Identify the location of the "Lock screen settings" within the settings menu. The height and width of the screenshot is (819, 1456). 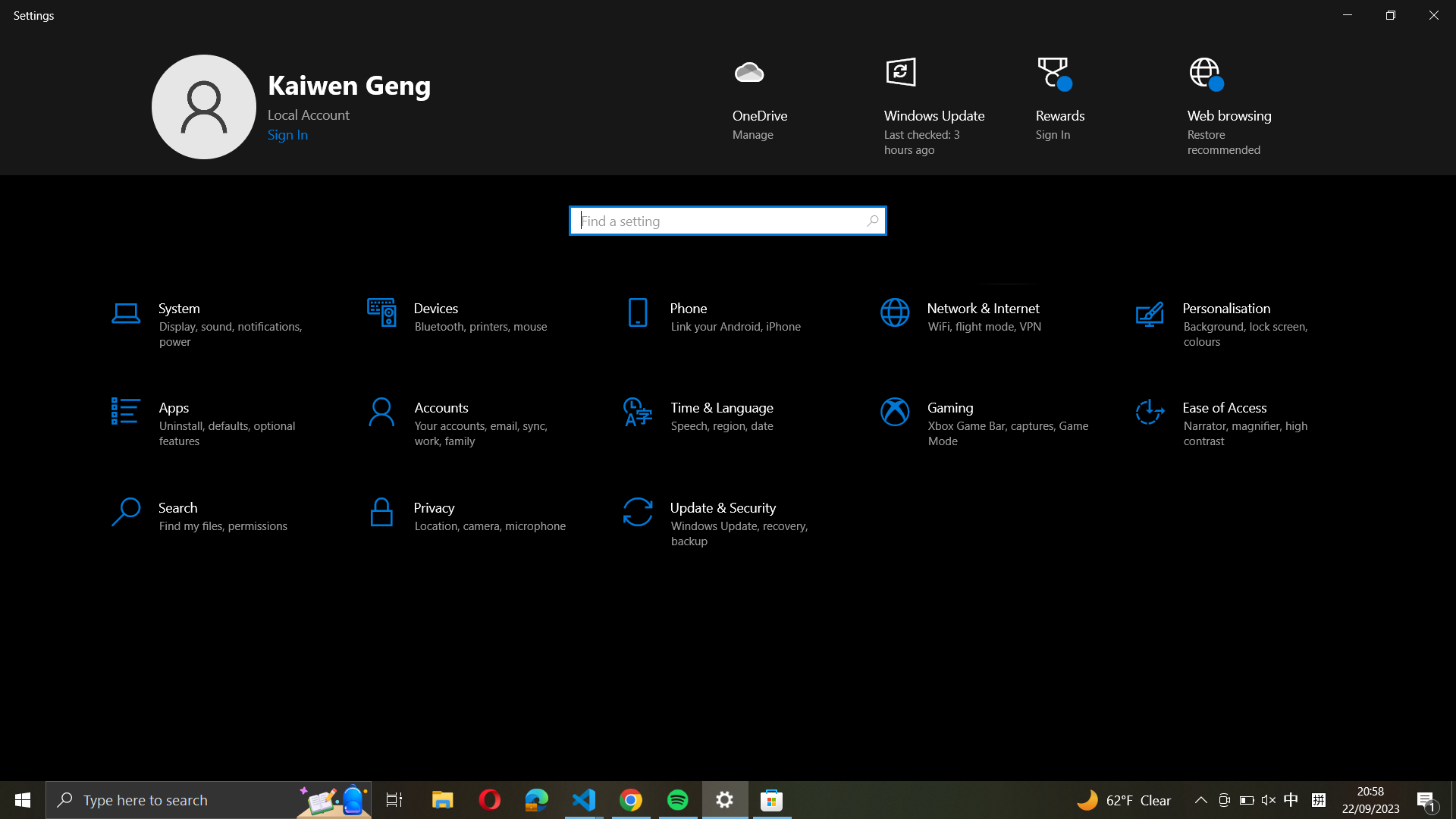
(726, 219).